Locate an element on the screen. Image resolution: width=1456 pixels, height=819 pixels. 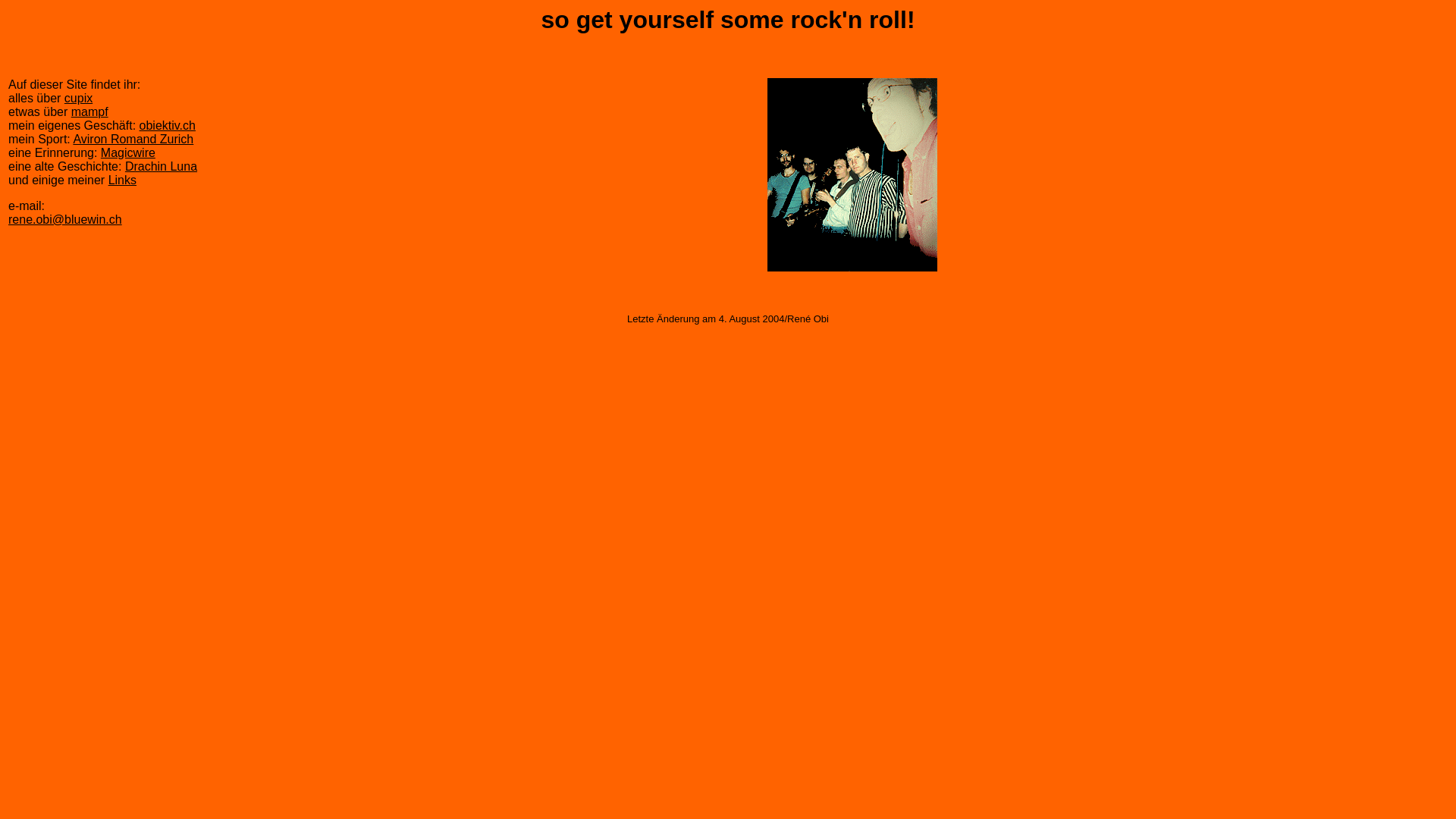
'cupix' is located at coordinates (77, 98).